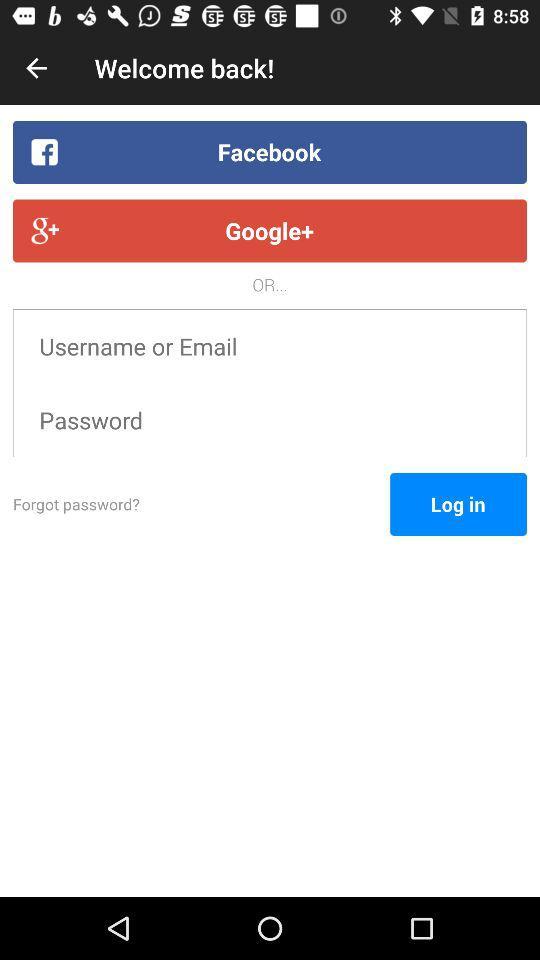 The image size is (540, 960). I want to click on item above the or... item, so click(270, 230).